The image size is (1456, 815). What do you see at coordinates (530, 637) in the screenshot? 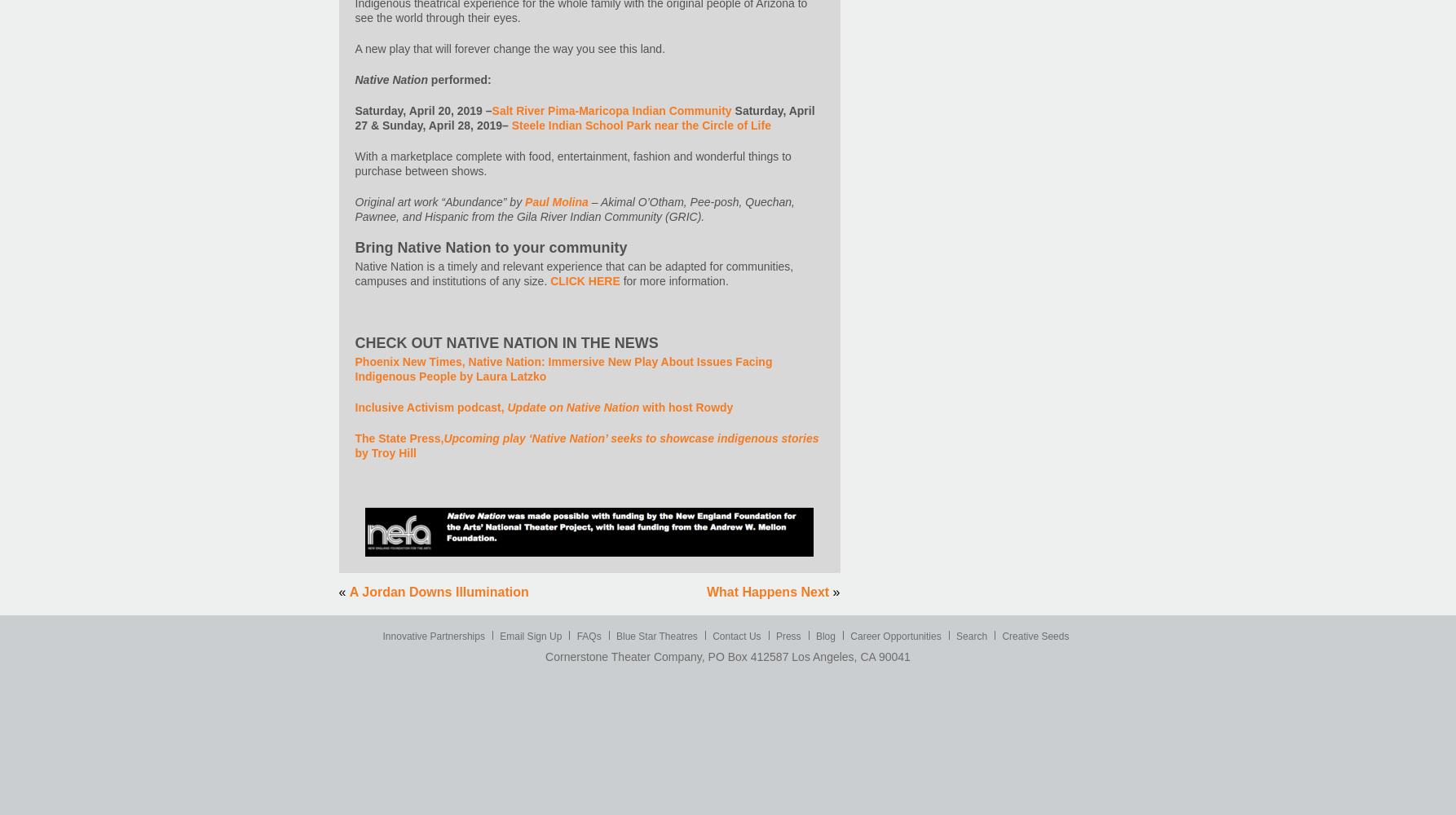
I see `'Email Sign Up'` at bounding box center [530, 637].